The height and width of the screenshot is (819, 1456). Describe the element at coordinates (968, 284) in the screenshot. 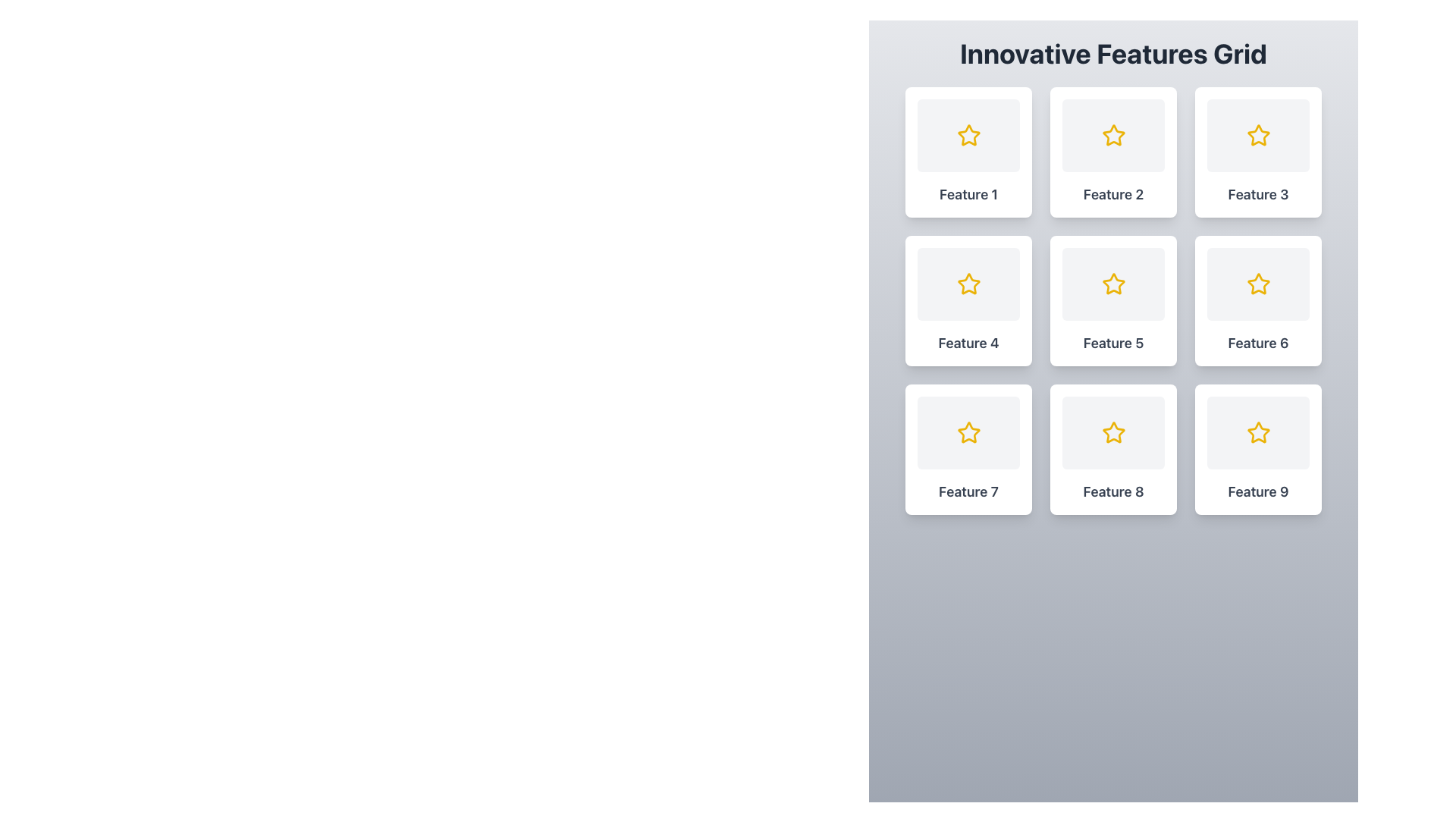

I see `the central star graphic within the fourth box of the grid layout labeled 'Feature 4'` at that location.